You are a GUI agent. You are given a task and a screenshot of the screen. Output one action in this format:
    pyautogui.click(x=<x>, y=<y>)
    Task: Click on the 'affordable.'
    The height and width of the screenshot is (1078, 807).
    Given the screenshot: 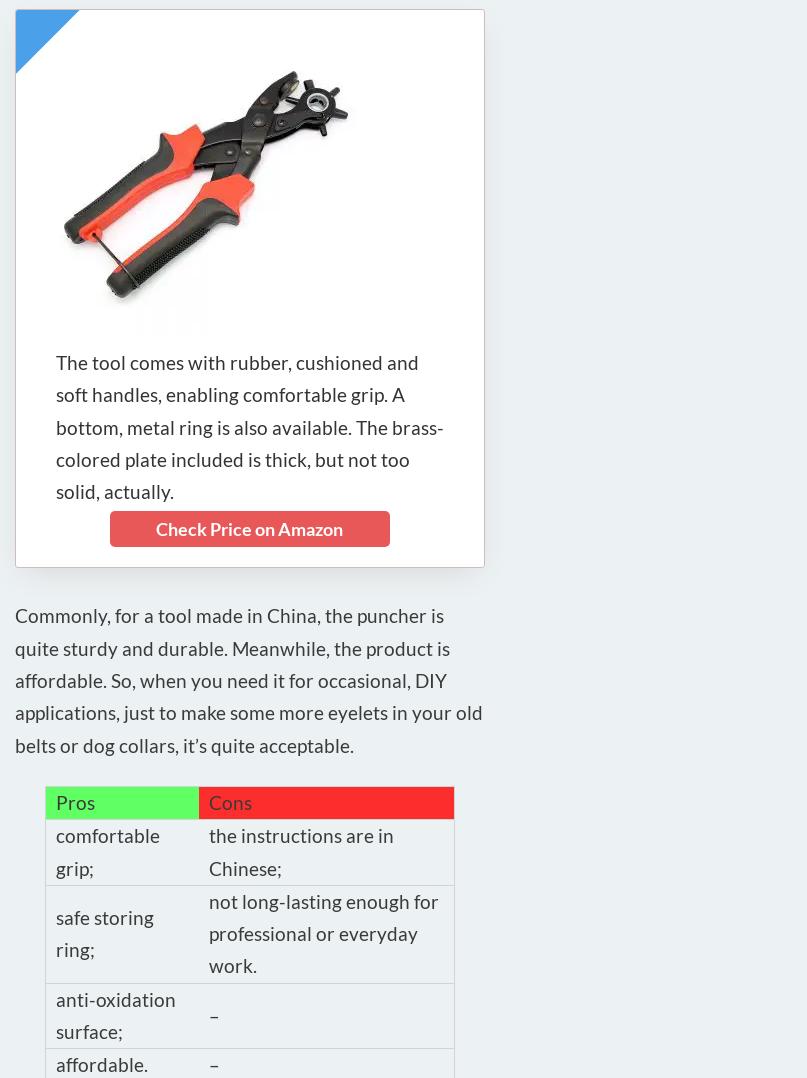 What is the action you would take?
    pyautogui.click(x=56, y=1064)
    